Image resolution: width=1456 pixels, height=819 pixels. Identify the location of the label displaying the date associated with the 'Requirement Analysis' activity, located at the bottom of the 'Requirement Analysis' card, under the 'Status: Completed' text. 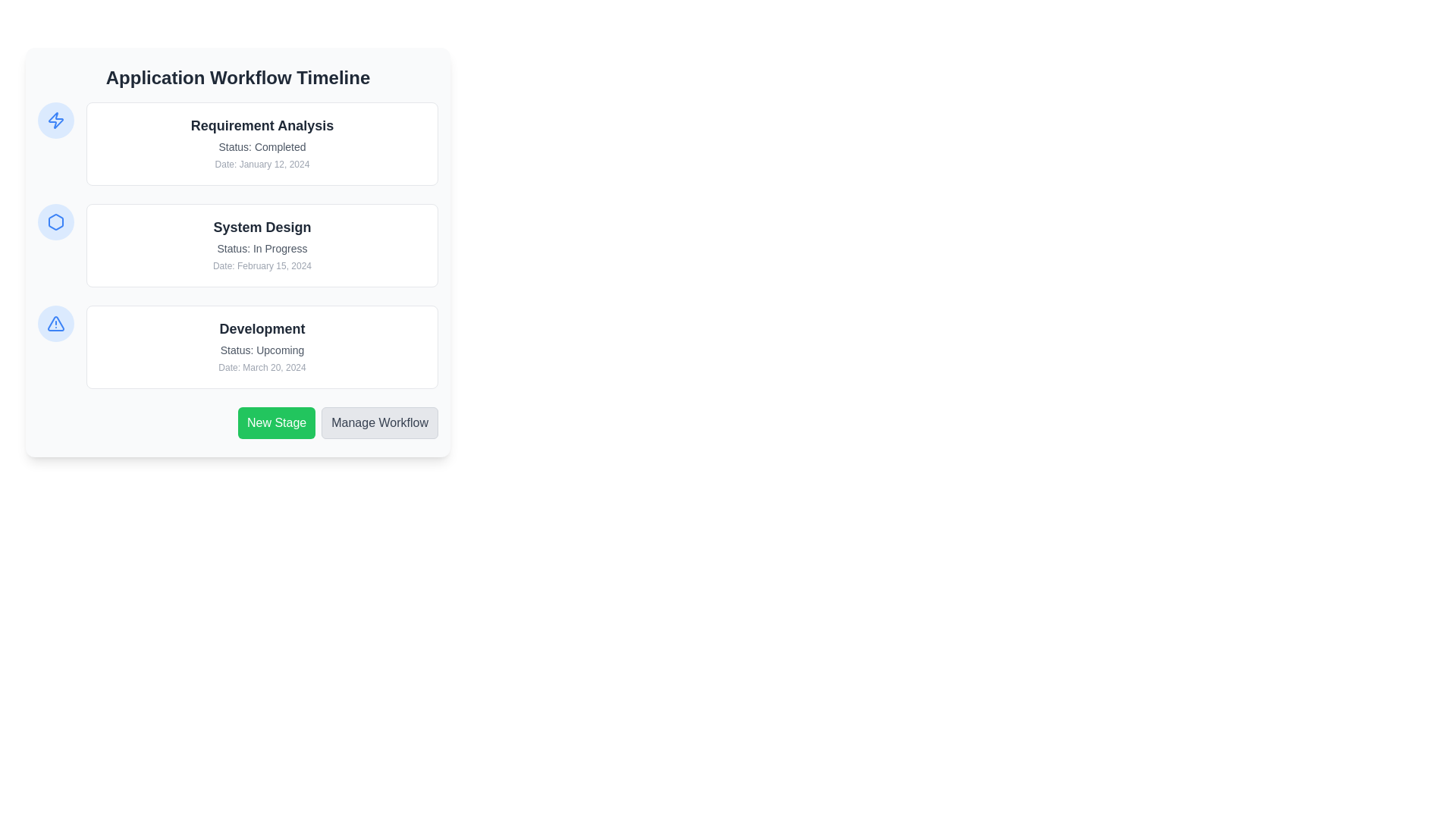
(262, 164).